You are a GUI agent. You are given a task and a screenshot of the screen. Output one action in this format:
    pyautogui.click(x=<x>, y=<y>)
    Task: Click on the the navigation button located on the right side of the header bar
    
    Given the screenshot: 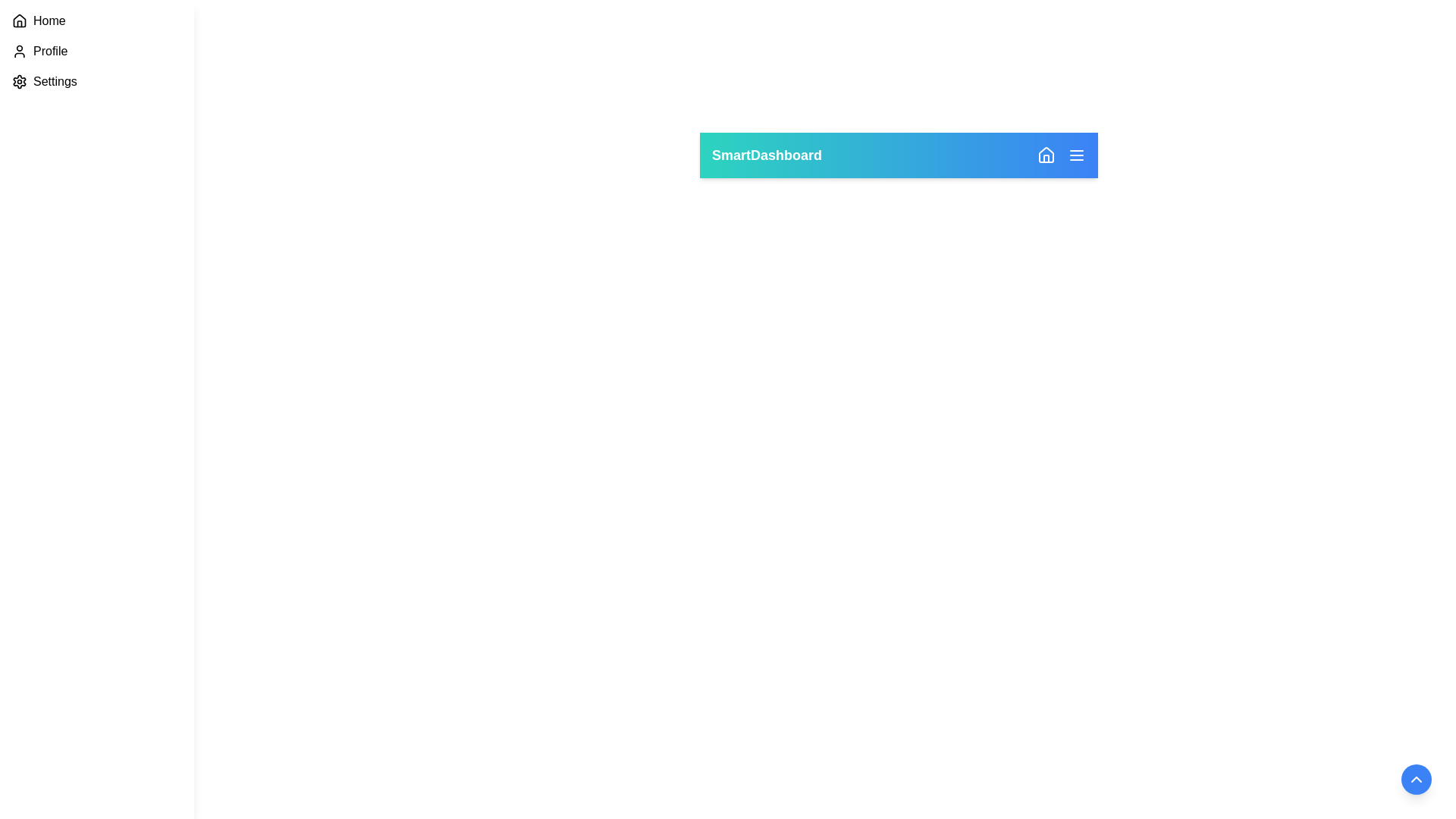 What is the action you would take?
    pyautogui.click(x=1046, y=155)
    